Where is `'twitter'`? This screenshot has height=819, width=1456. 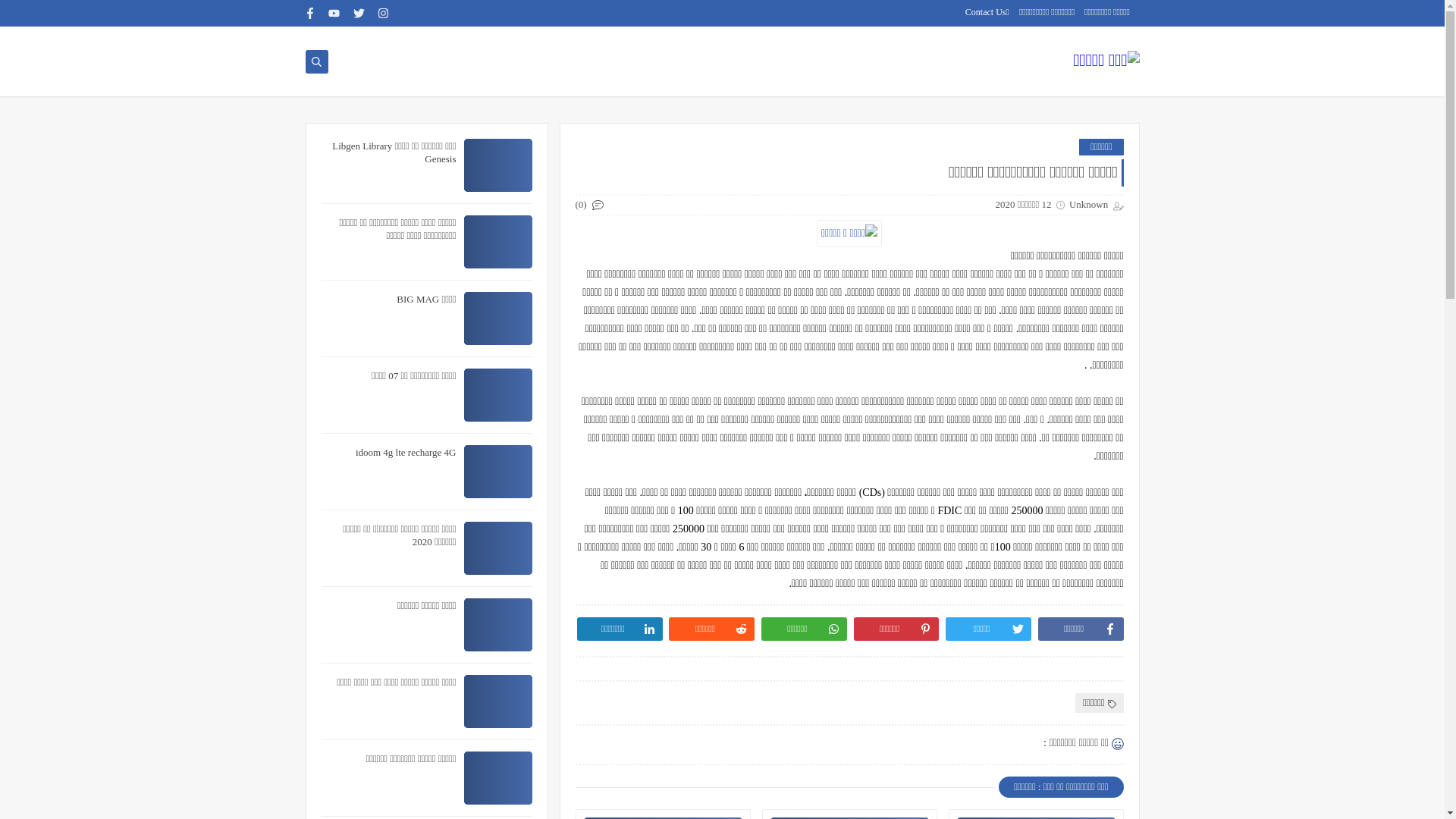
'twitter' is located at coordinates (358, 13).